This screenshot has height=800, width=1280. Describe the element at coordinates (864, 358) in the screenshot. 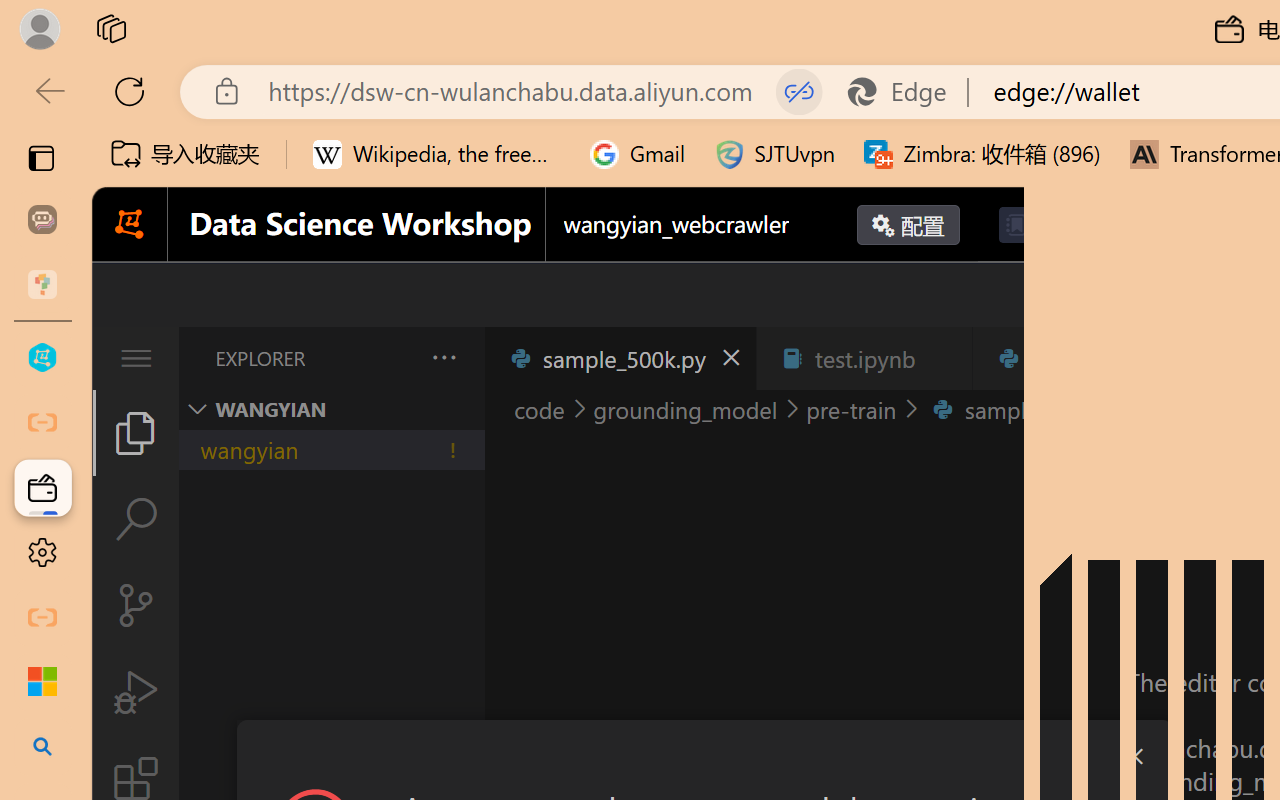

I see `'test.ipynb'` at that location.